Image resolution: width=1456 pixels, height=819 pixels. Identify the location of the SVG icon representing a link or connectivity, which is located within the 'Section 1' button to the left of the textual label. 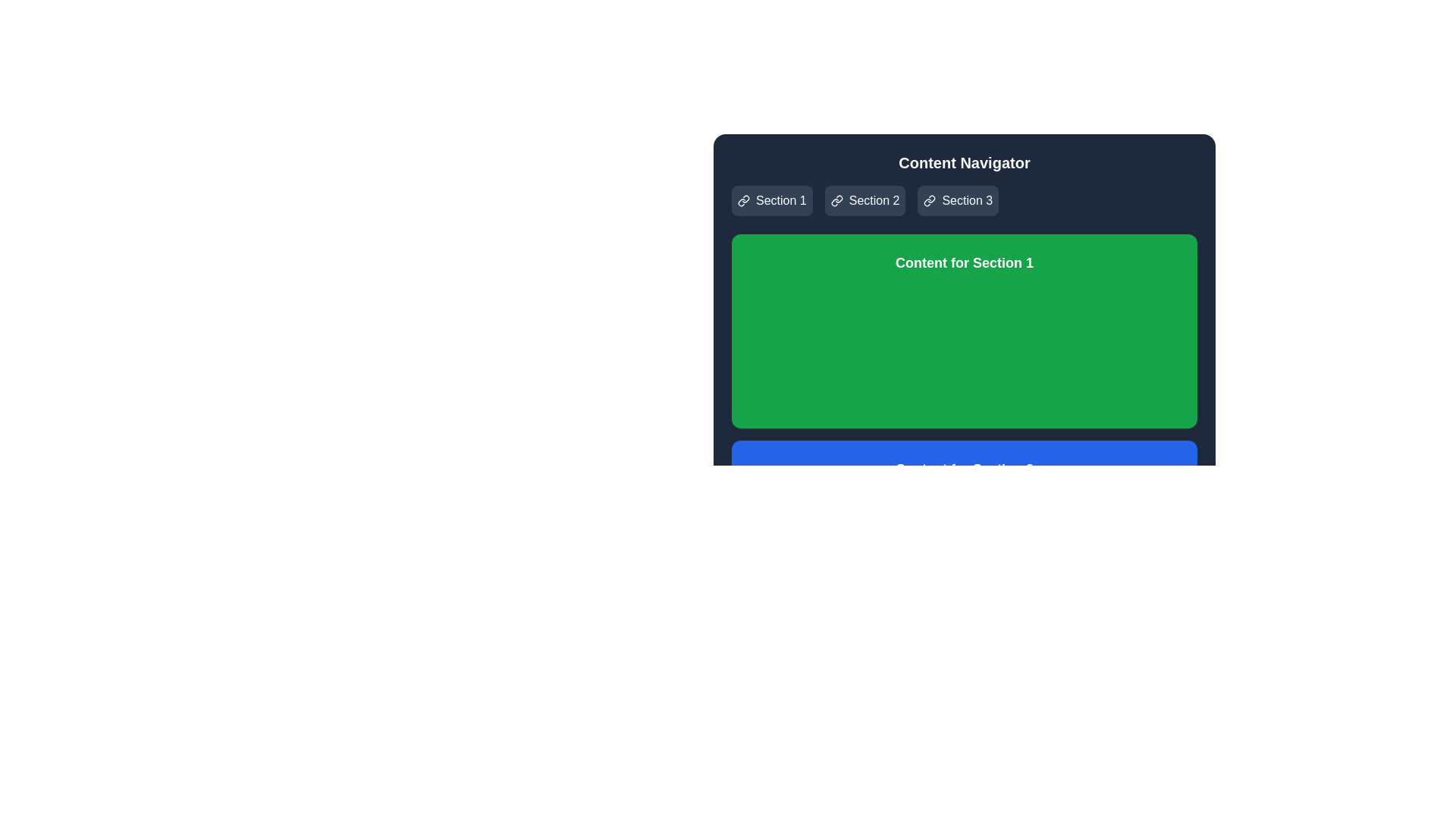
(742, 202).